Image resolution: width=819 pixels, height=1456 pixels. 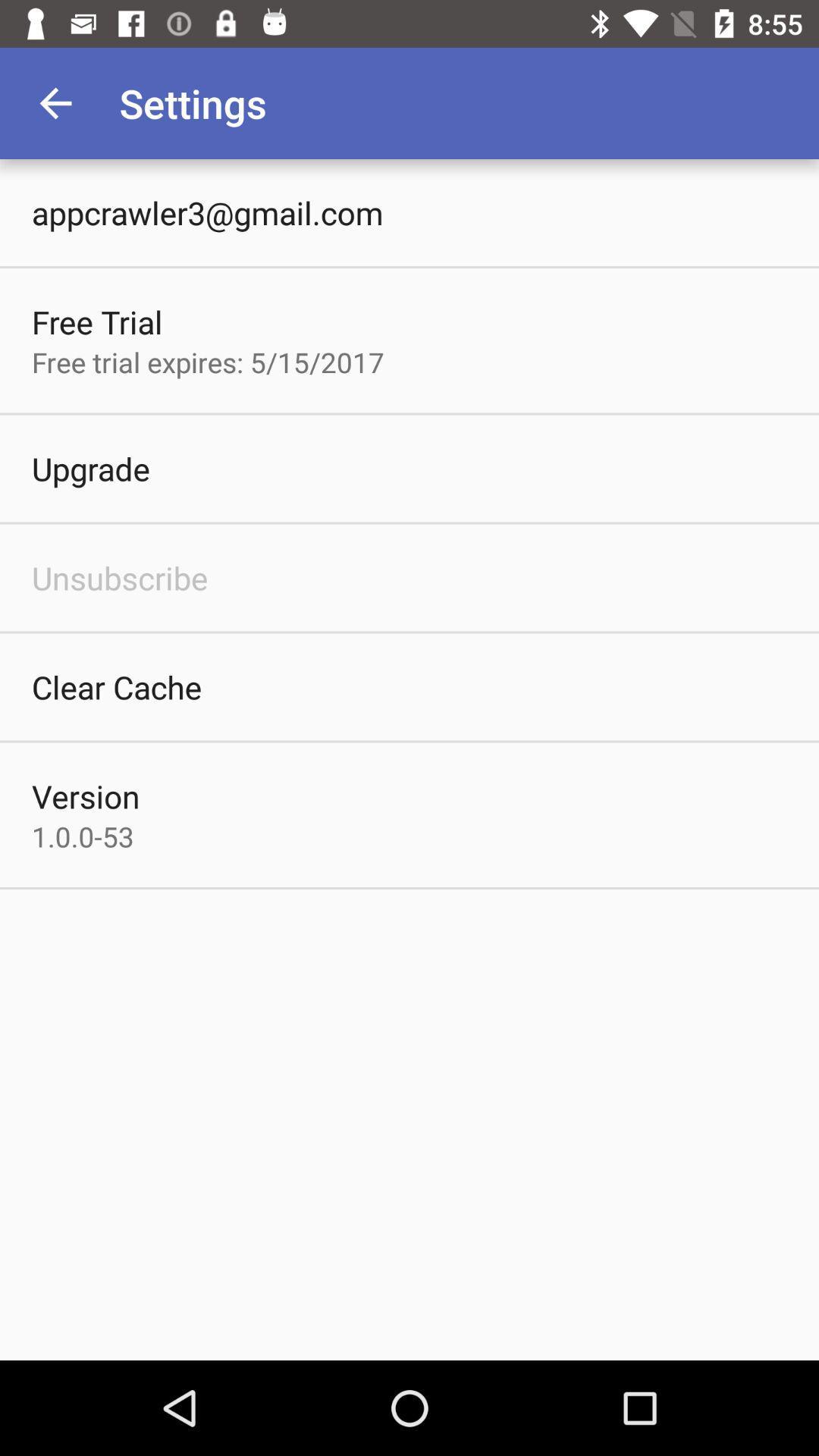 What do you see at coordinates (86, 795) in the screenshot?
I see `version` at bounding box center [86, 795].